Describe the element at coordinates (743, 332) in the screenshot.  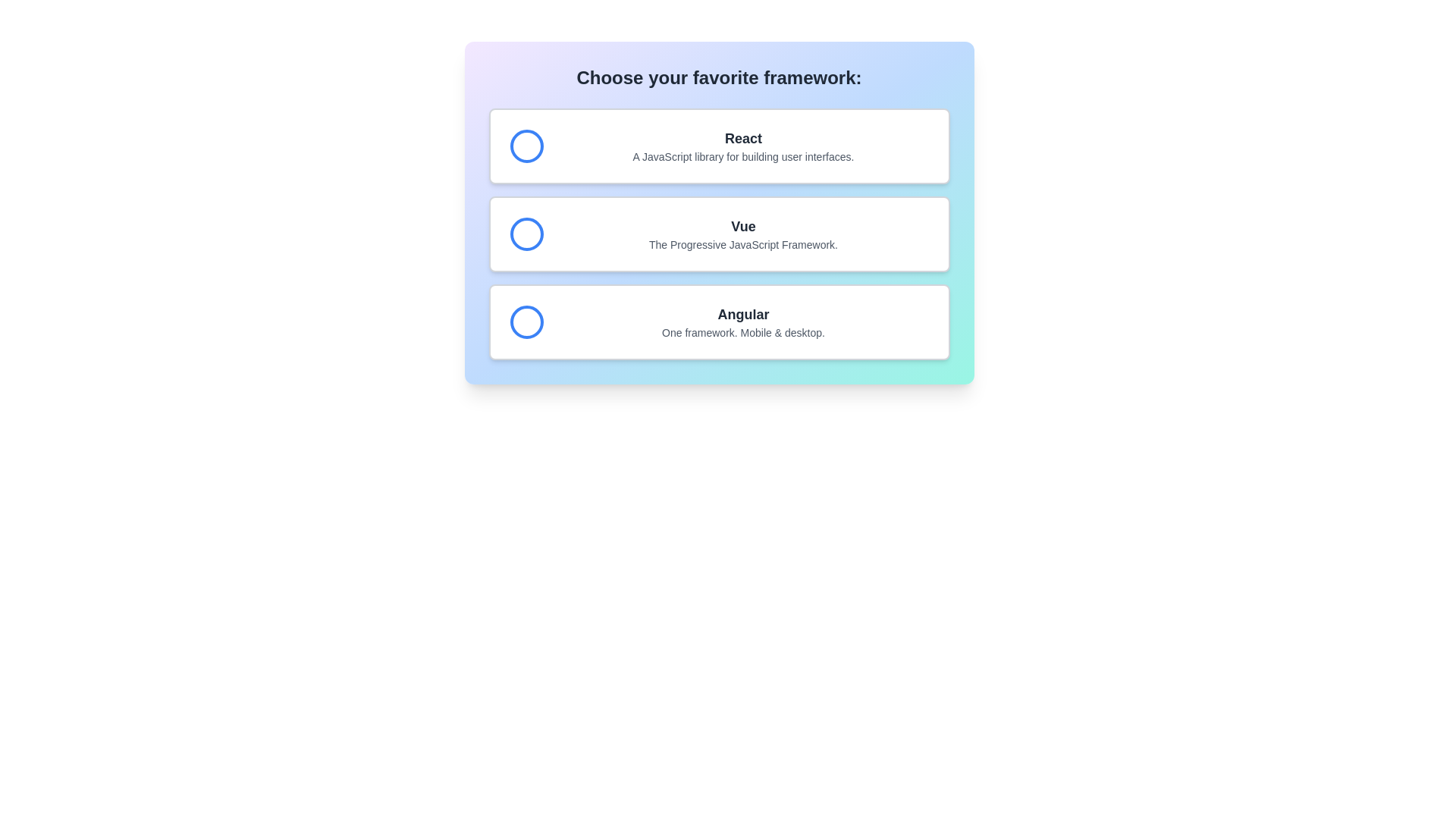
I see `the static text that provides descriptive information about the 'Angular' option, located below the bold 'Angular' title in the selection interface` at that location.